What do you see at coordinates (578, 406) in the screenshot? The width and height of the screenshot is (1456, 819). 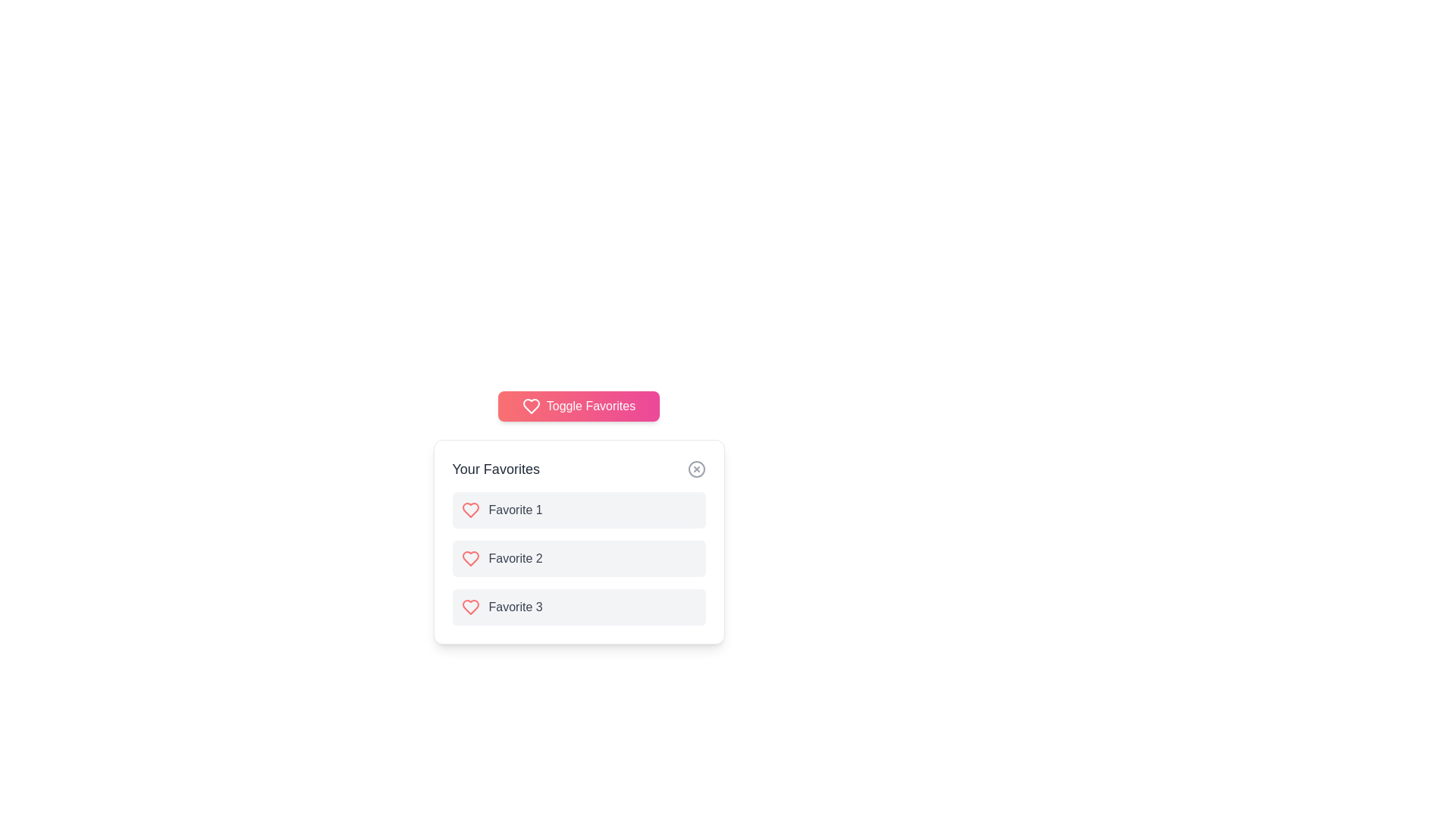 I see `the 'Toggle Favorites' button, which has a gradient background from red to pink and contains white text and a heart icon` at bounding box center [578, 406].